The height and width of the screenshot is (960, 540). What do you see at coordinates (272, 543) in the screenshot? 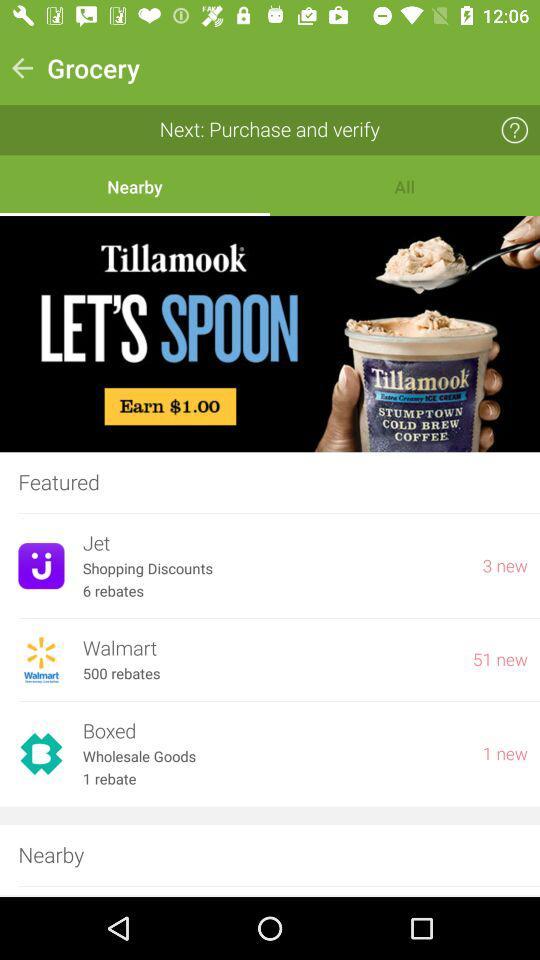
I see `the jet item` at bounding box center [272, 543].